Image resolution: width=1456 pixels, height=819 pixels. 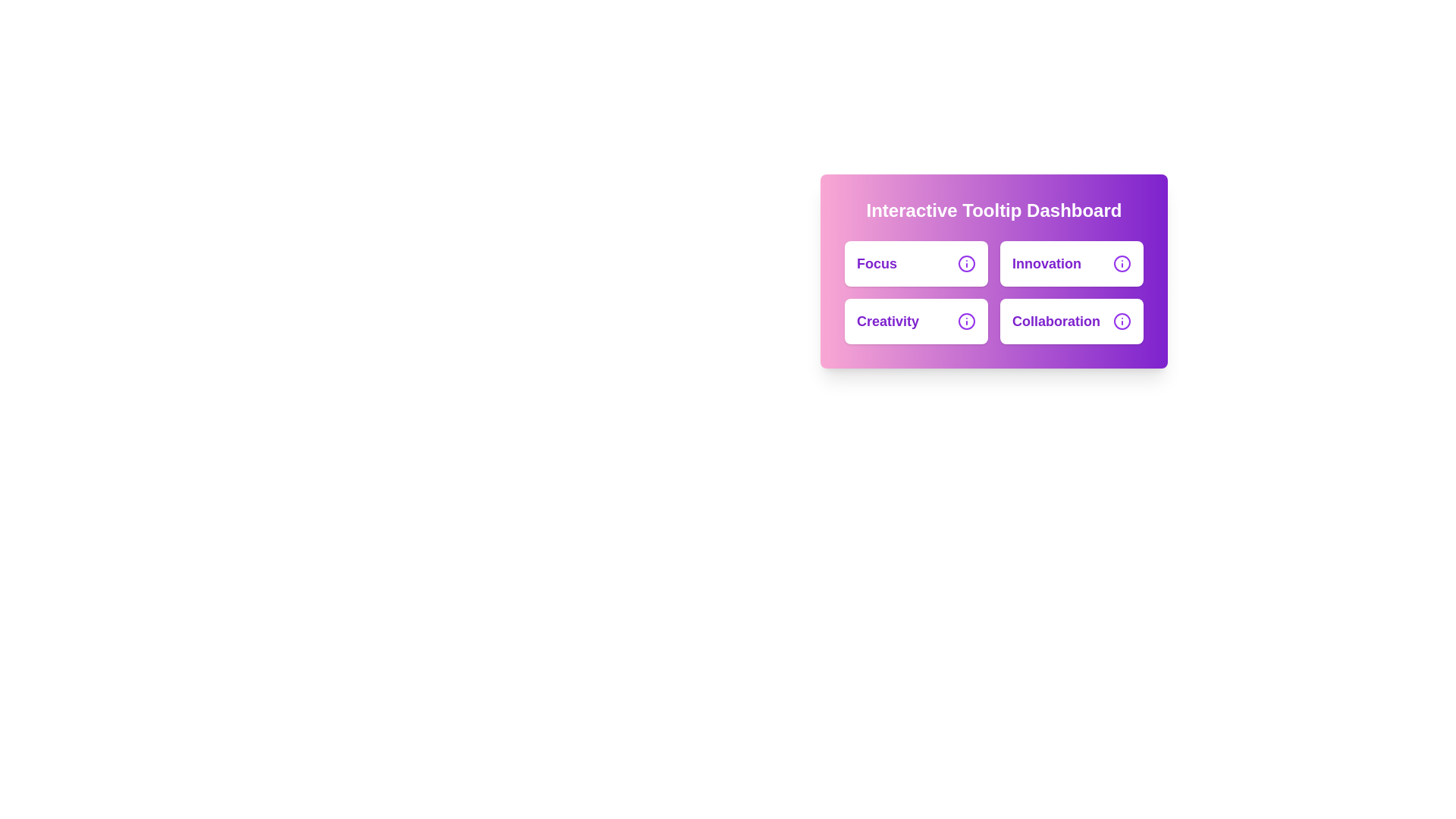 What do you see at coordinates (966, 262) in the screenshot?
I see `the outlined circular icon with a soft purple fill and a centered white dot, located next to the 'Focus' label` at bounding box center [966, 262].